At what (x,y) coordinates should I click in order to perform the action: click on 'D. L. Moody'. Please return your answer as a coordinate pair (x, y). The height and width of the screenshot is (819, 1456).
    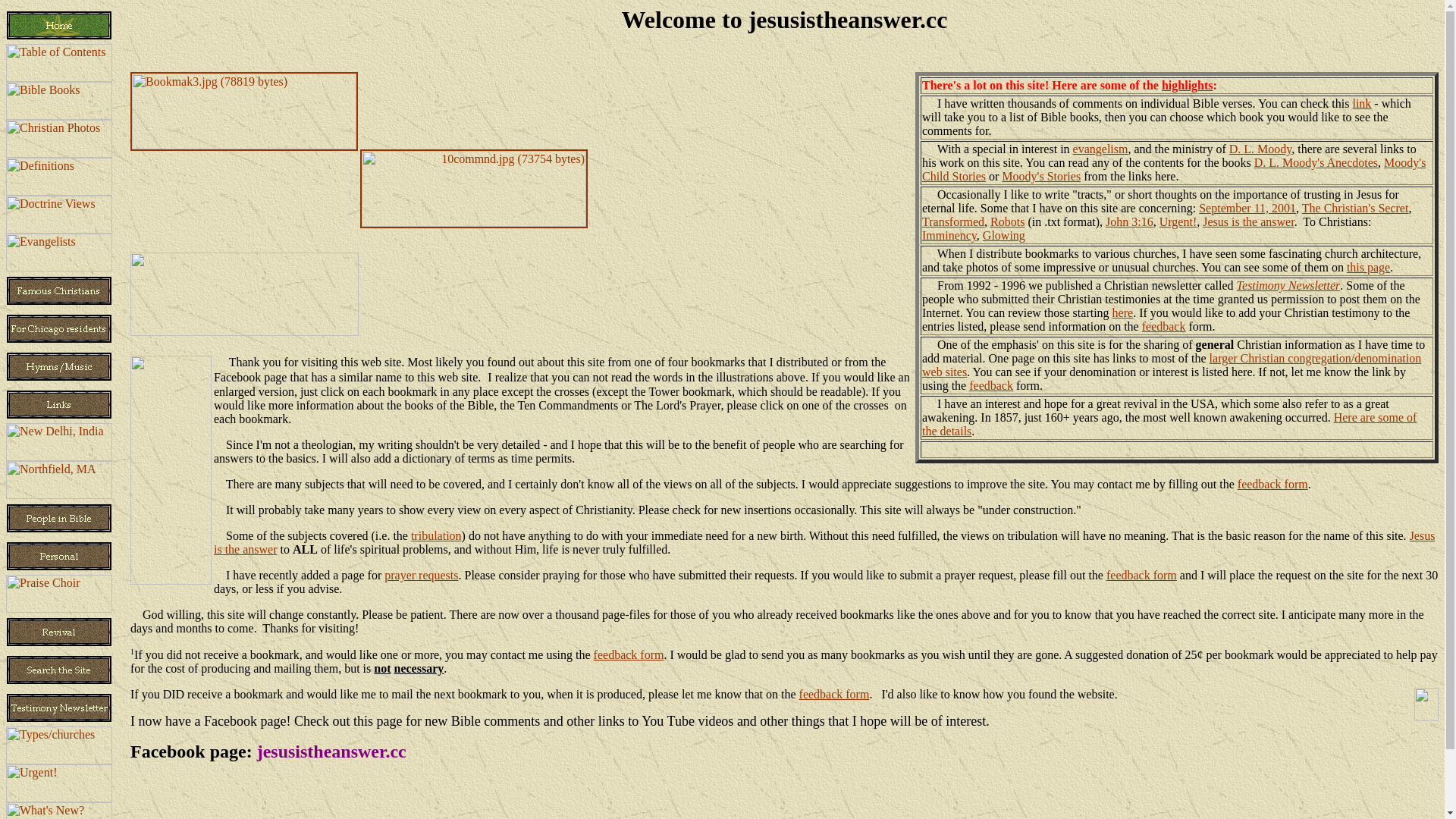
    Looking at the image, I should click on (1260, 149).